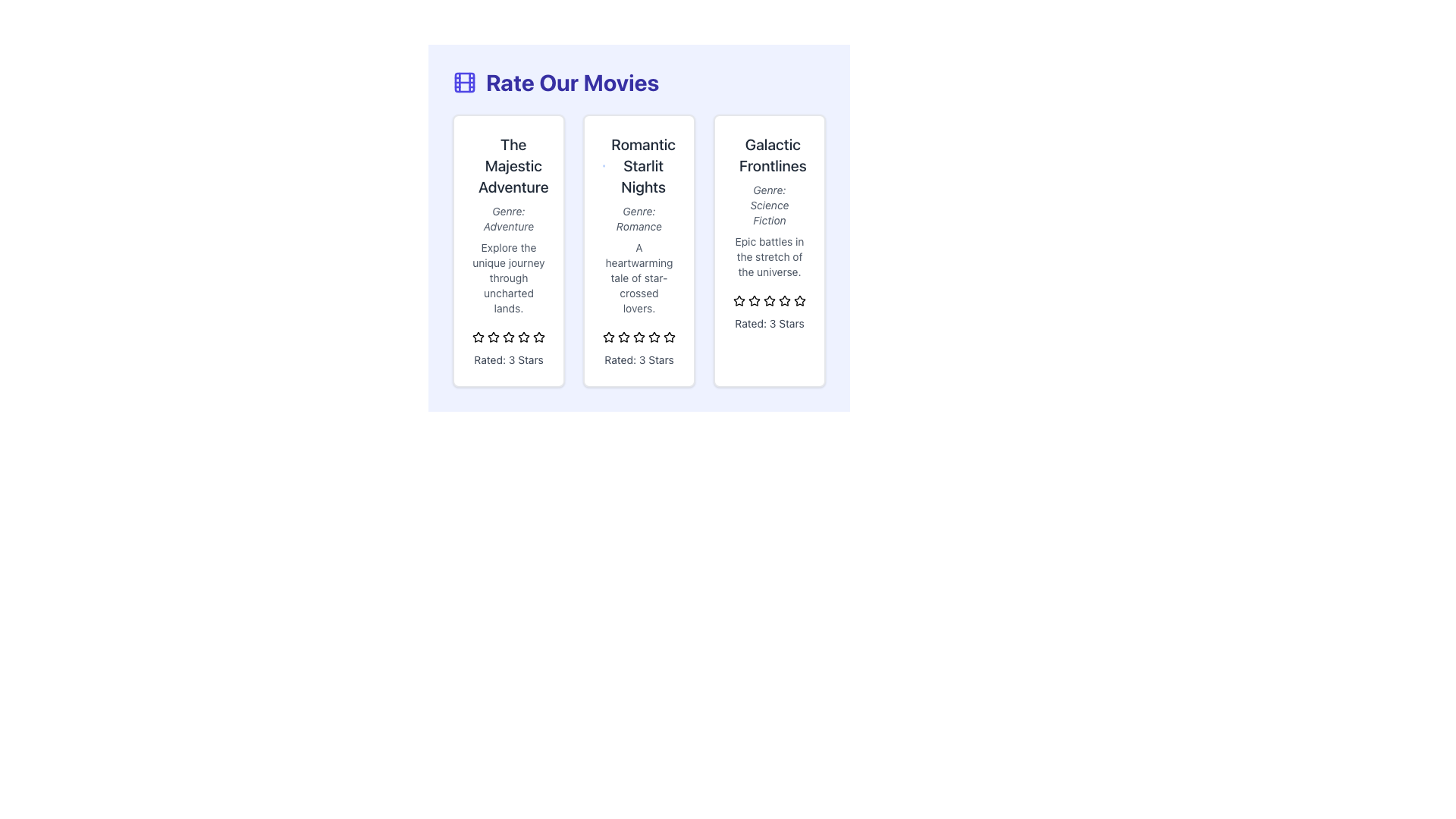 This screenshot has height=819, width=1456. Describe the element at coordinates (509, 336) in the screenshot. I see `the third star icon in the rating system of 'The Majestic Adventure' card to rate it` at that location.